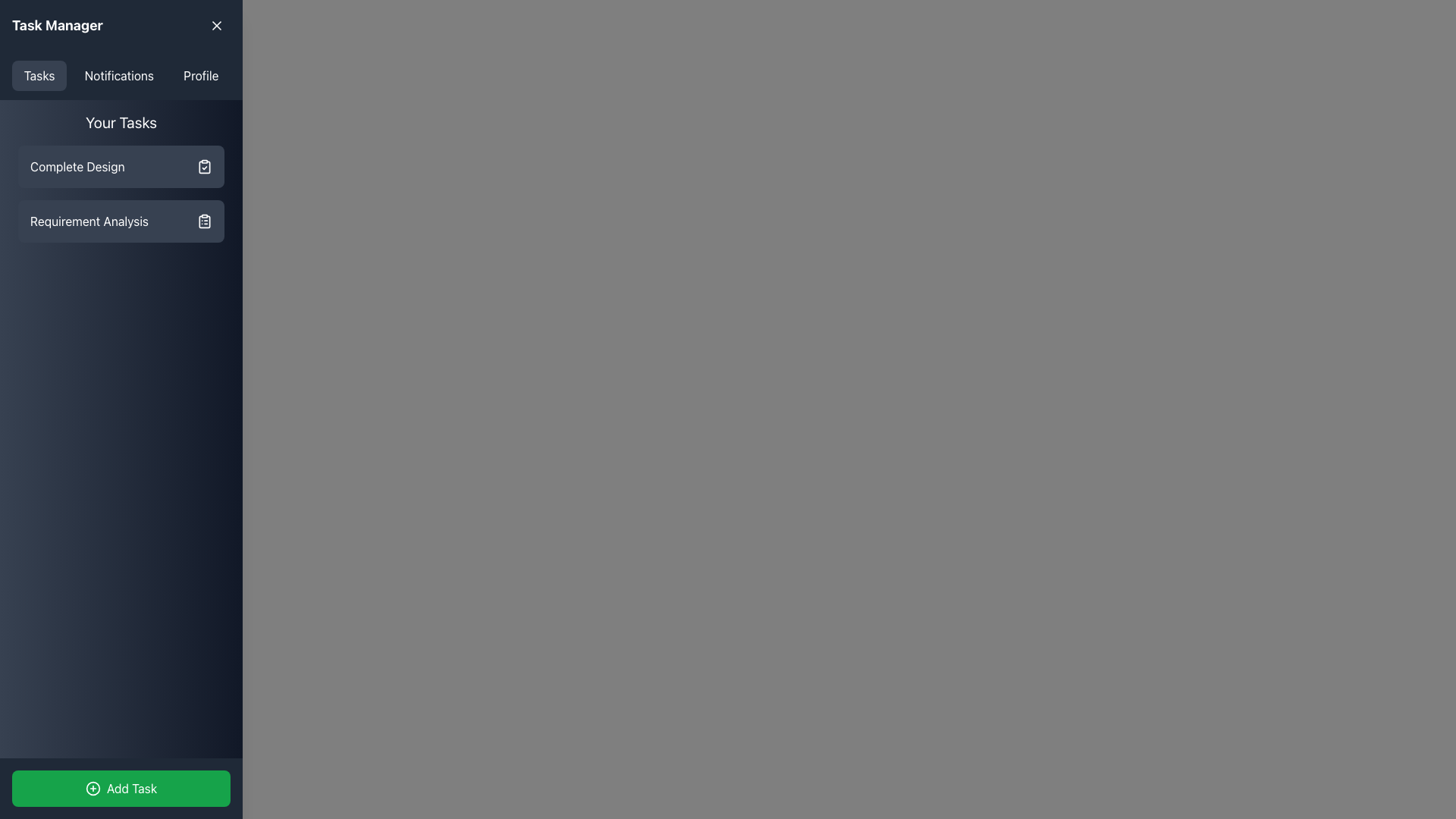  Describe the element at coordinates (92, 788) in the screenshot. I see `the circle SVG element, part of the 'Add Task' button located at the bottom-left corner of the interface, which features a thin border and is styled to convey the action of adding something` at that location.